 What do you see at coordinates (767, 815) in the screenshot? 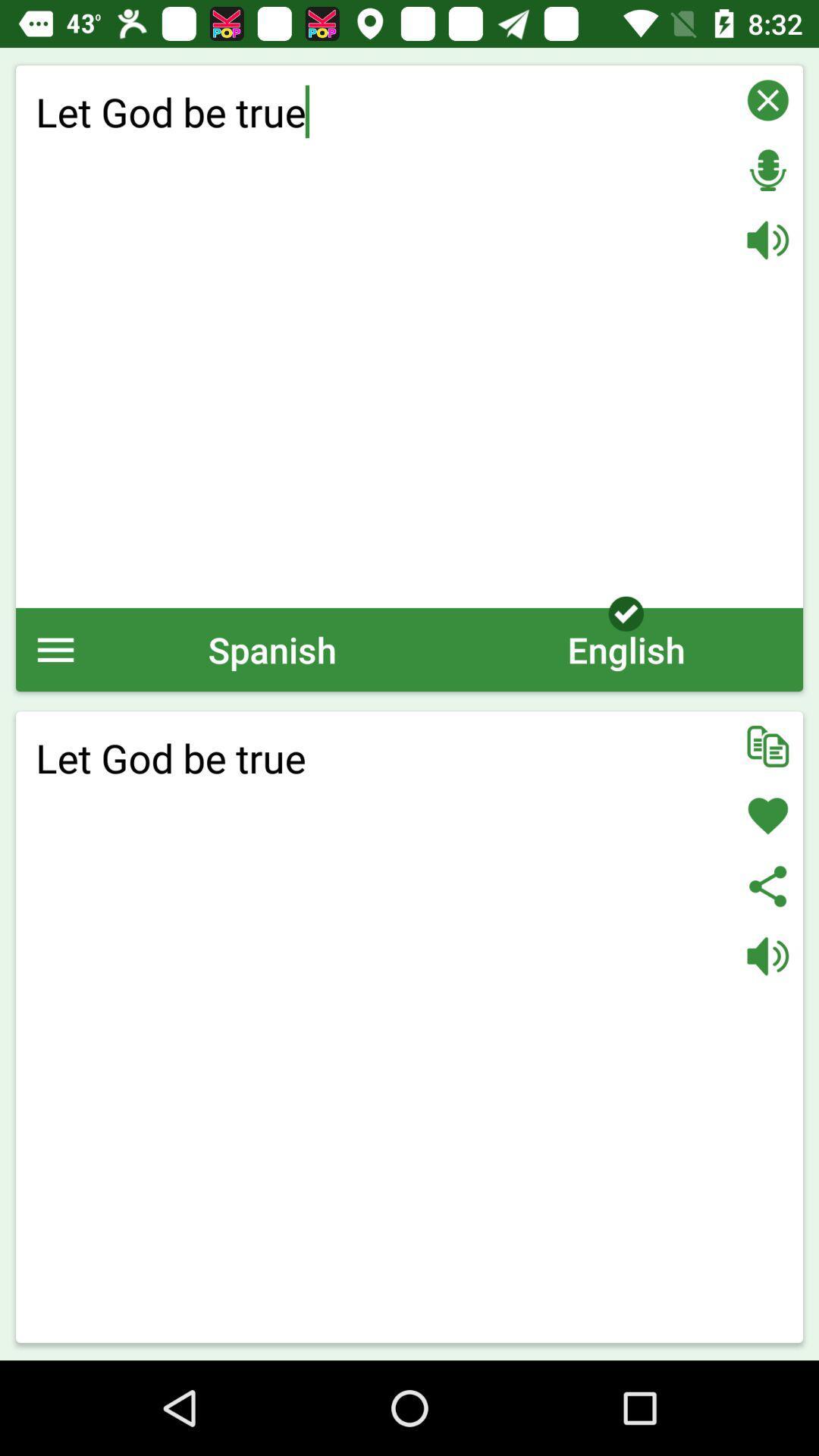
I see `favorite` at bounding box center [767, 815].